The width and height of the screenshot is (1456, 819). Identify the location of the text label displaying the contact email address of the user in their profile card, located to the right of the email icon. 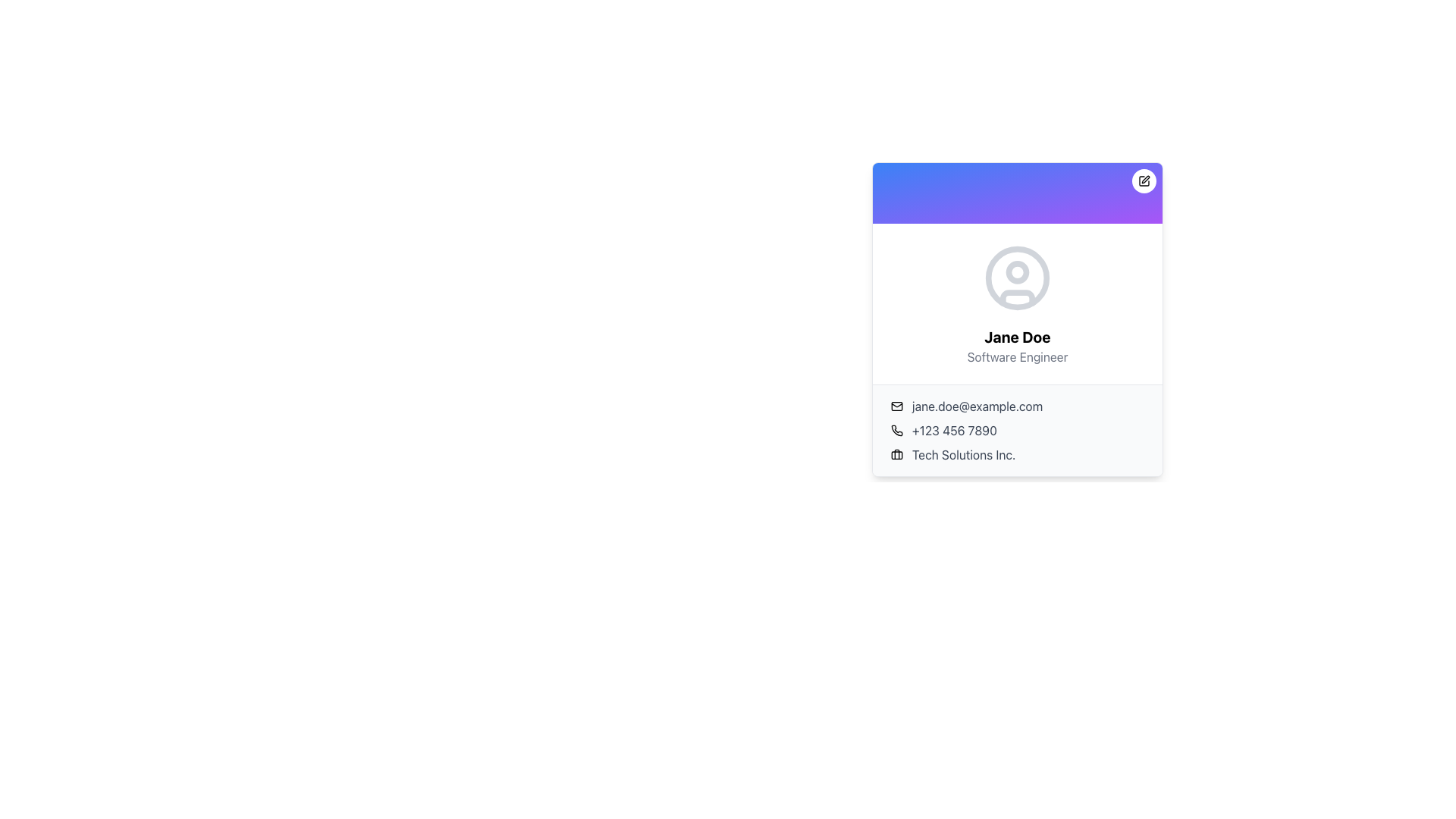
(977, 406).